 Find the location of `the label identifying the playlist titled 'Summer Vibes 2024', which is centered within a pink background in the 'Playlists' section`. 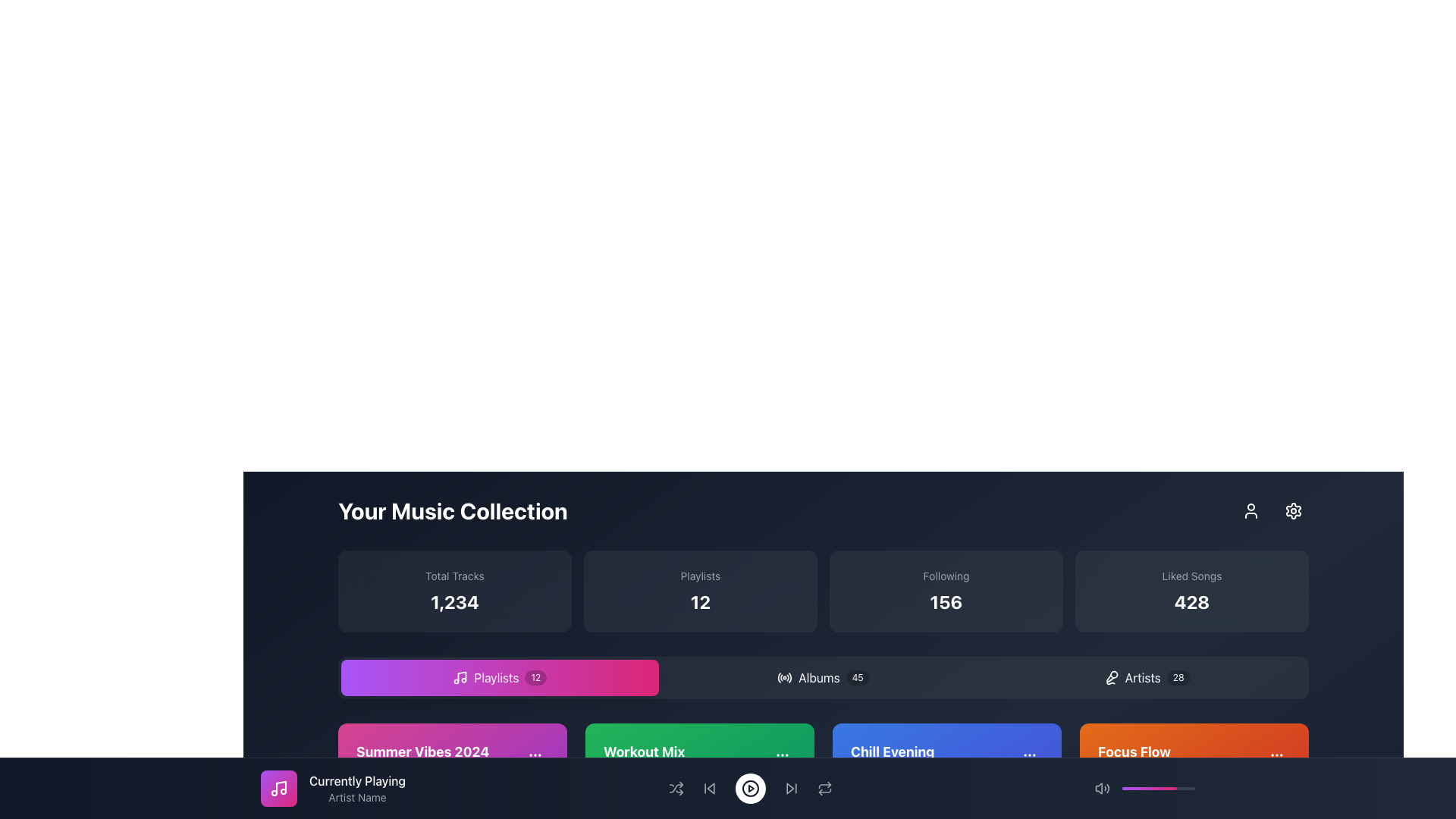

the label identifying the playlist titled 'Summer Vibes 2024', which is centered within a pink background in the 'Playlists' section is located at coordinates (422, 752).